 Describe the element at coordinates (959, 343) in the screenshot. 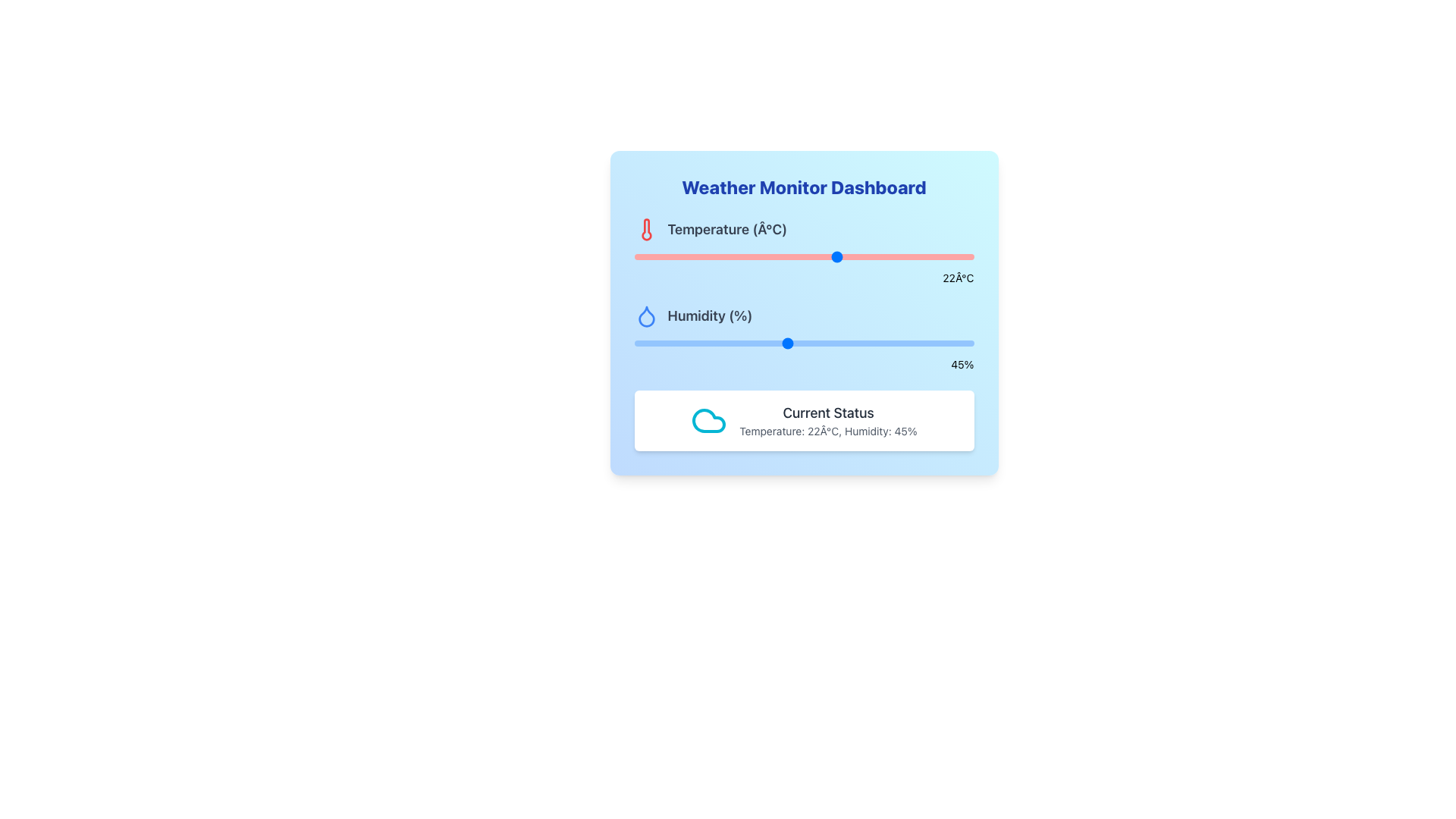

I see `the humidity level` at that location.